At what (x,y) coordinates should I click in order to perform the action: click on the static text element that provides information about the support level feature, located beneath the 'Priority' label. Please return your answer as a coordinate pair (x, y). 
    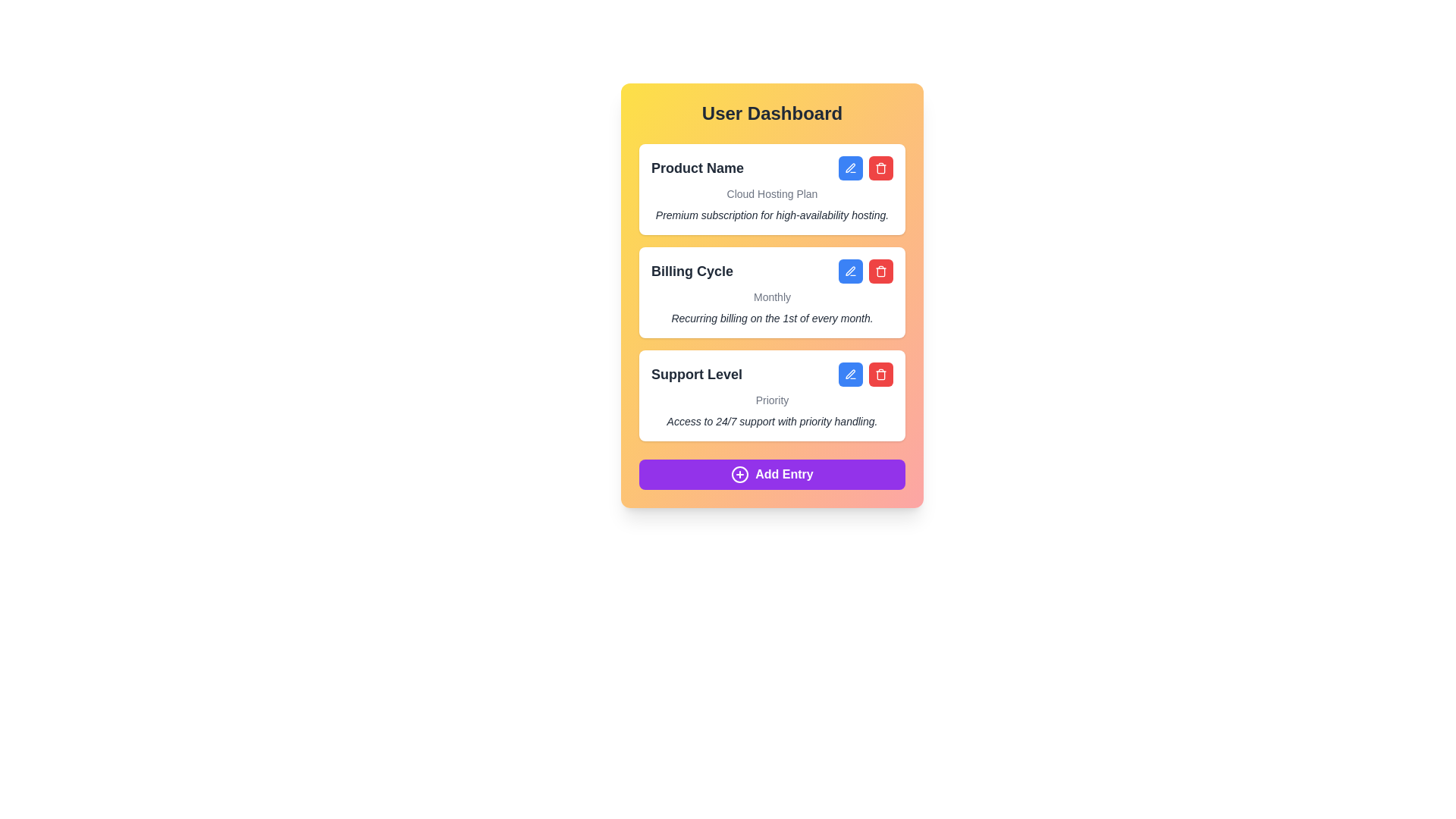
    Looking at the image, I should click on (772, 421).